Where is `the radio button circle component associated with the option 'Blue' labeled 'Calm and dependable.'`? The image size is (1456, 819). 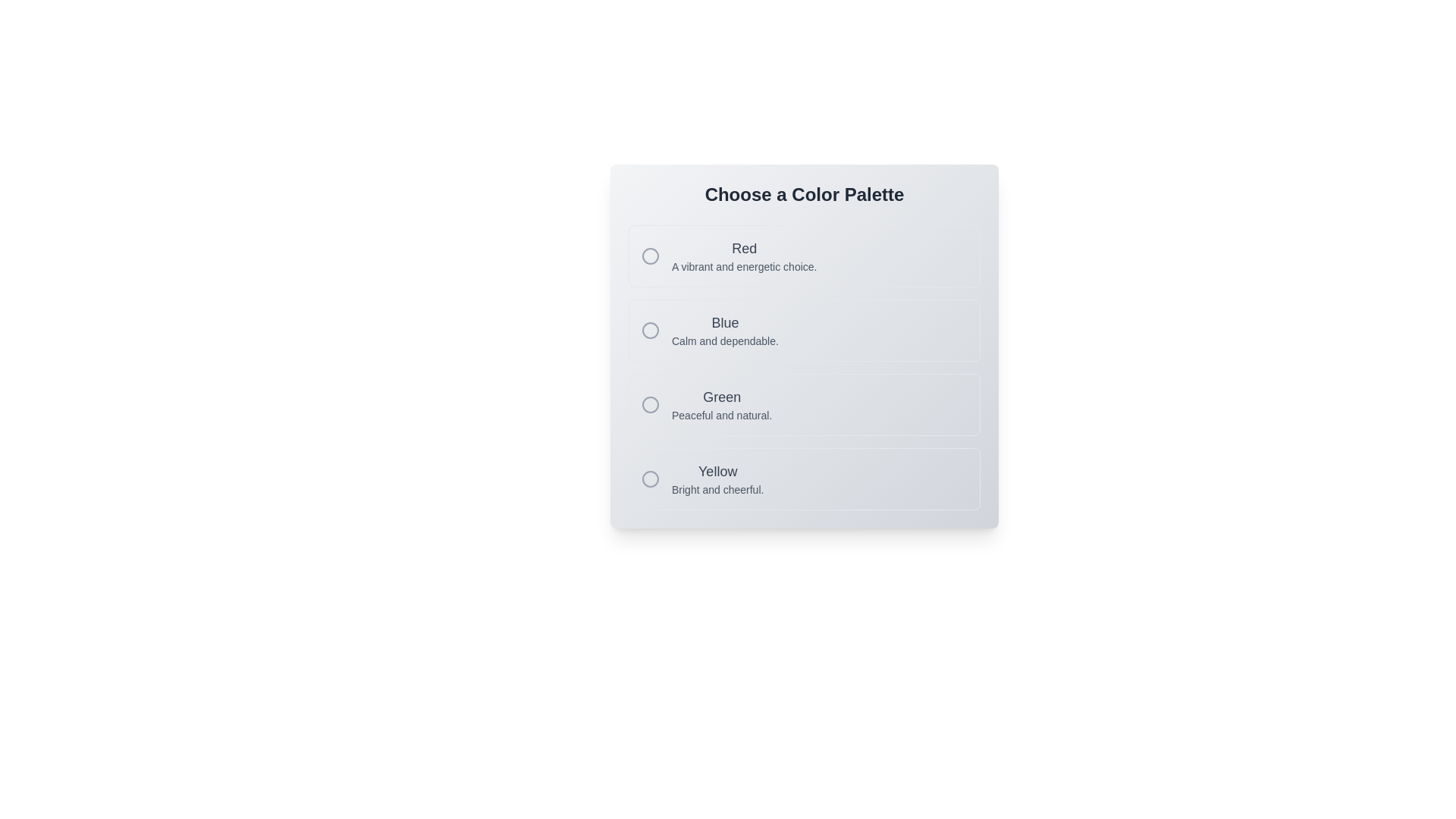
the radio button circle component associated with the option 'Blue' labeled 'Calm and dependable.' is located at coordinates (651, 329).